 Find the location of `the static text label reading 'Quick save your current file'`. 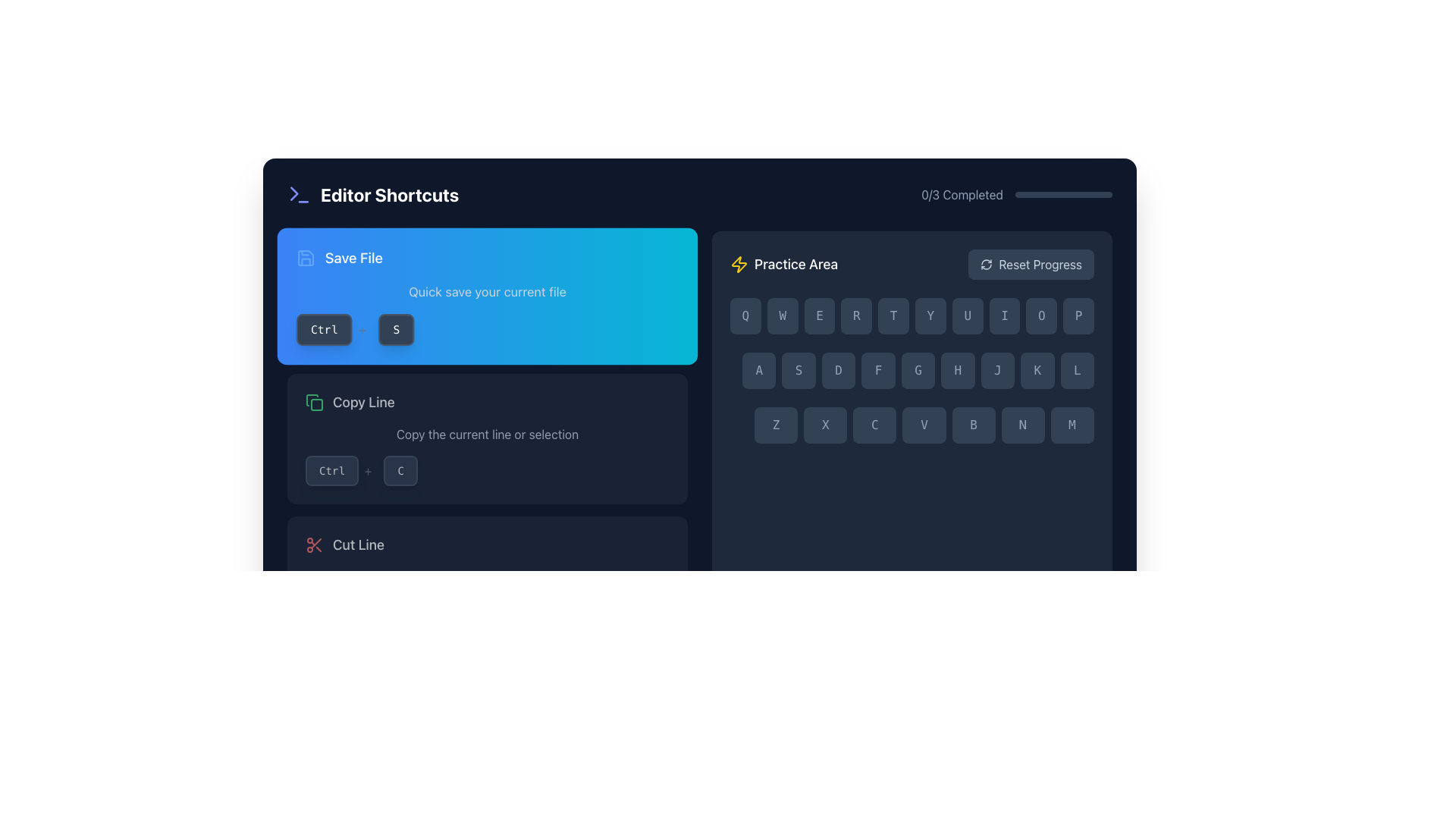

the static text label reading 'Quick save your current file' is located at coordinates (488, 291).